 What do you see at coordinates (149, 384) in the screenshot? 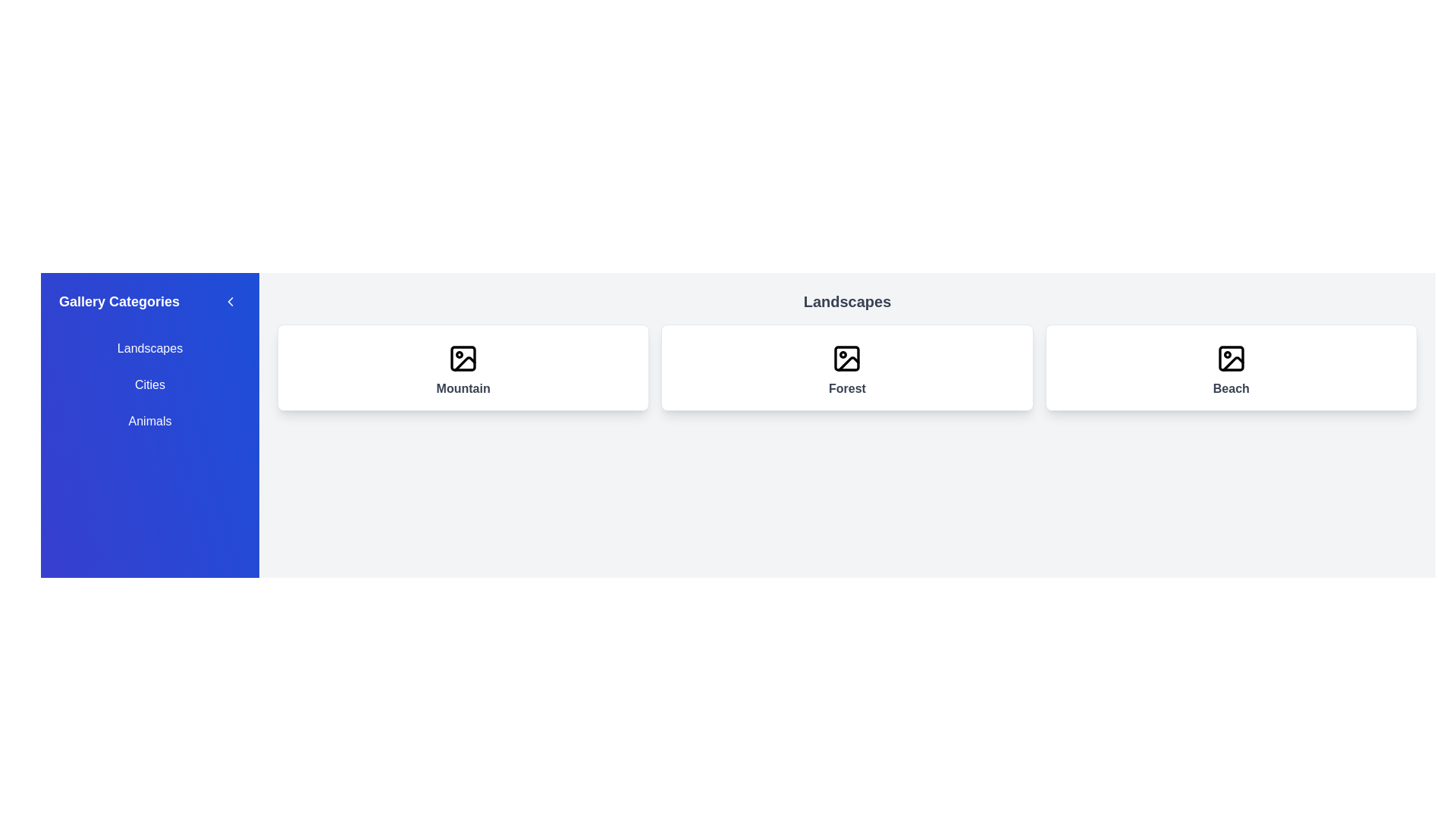
I see `the 'Cities' button, which is a blue button with rounded corners and white text, located in the sidebar titled 'Gallery Categories'` at bounding box center [149, 384].